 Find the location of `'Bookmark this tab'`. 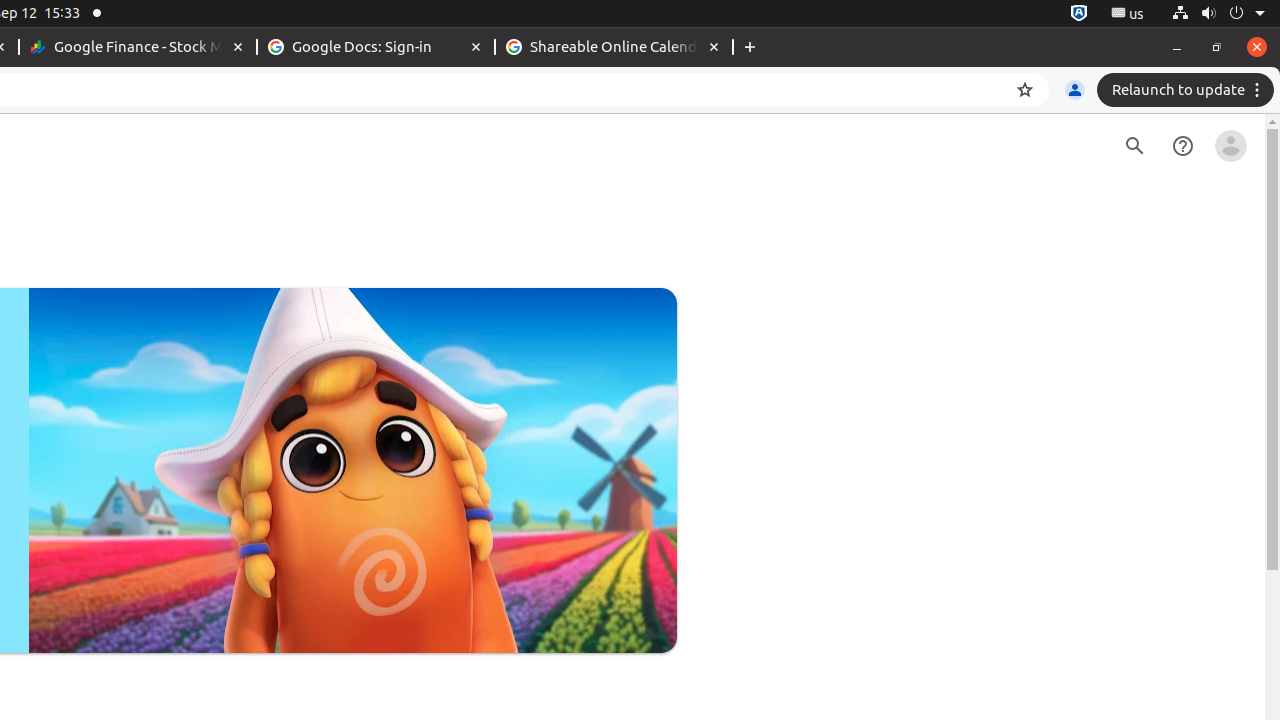

'Bookmark this tab' is located at coordinates (1025, 90).